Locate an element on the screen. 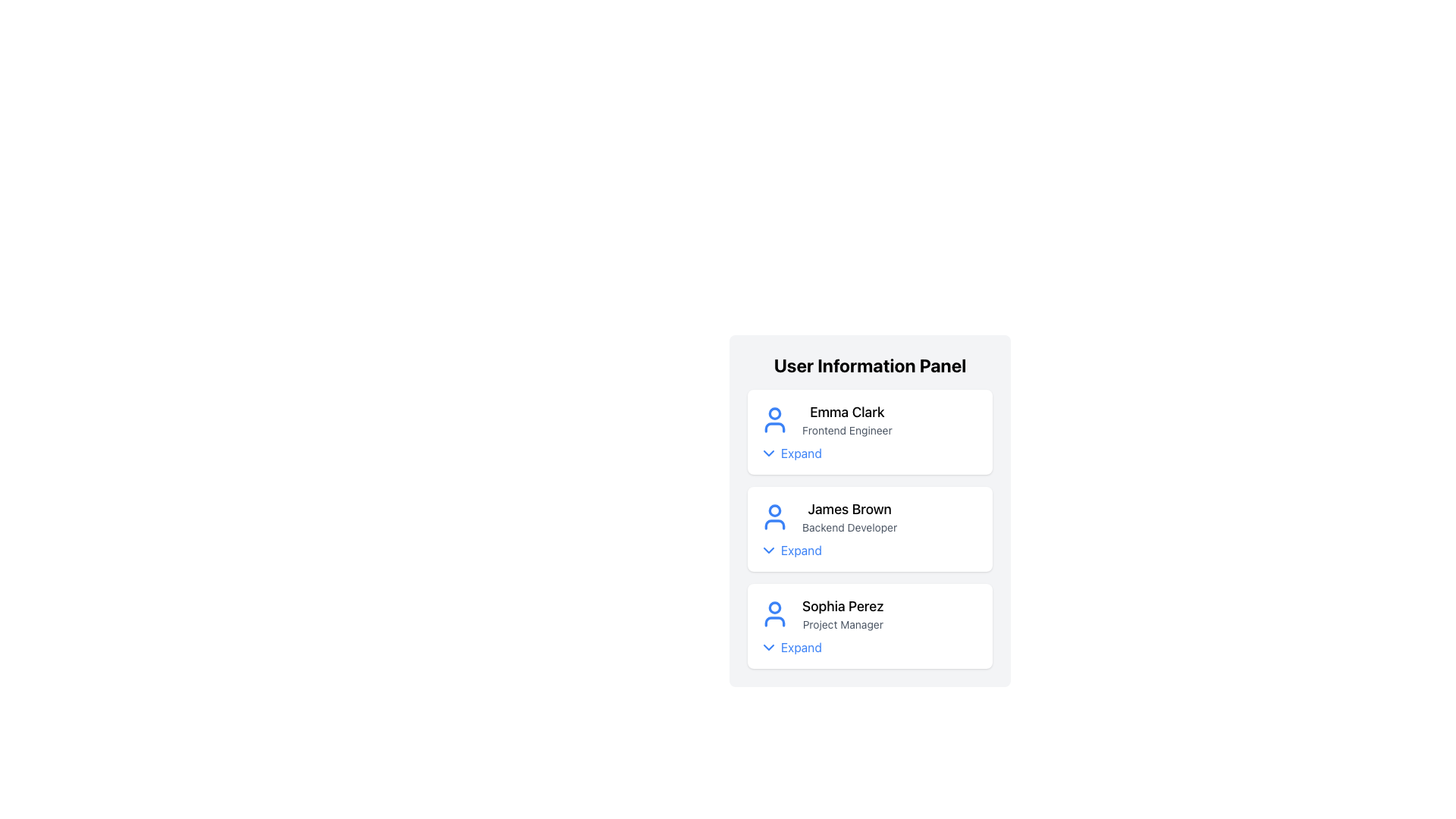 The width and height of the screenshot is (1456, 819). the label identifying the user 'James Brown', which is located in the middle section of the User Information Panel, above the career role description 'Backend Developer' is located at coordinates (849, 509).